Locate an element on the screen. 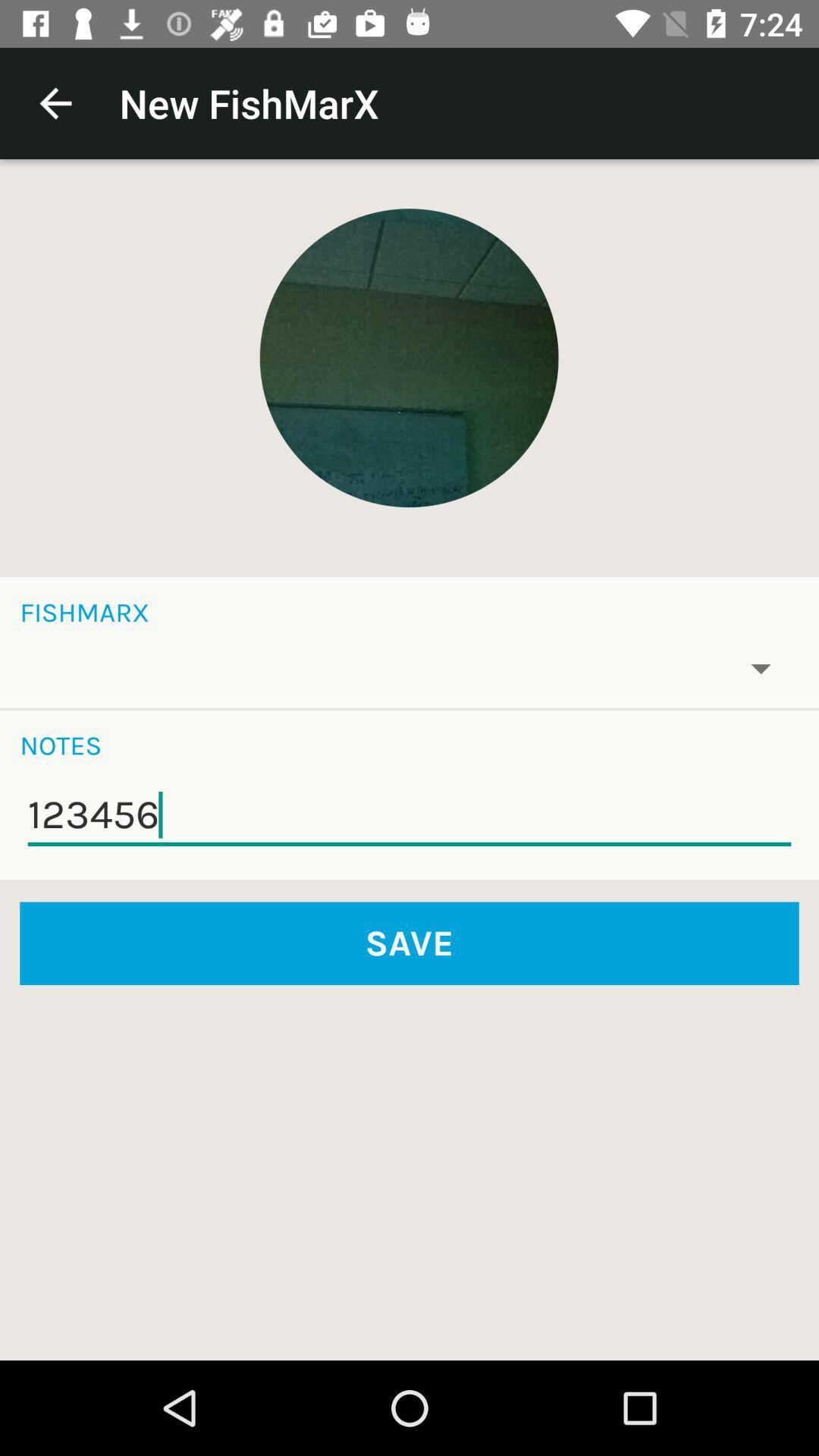  item next to the new fishmarx item is located at coordinates (55, 102).